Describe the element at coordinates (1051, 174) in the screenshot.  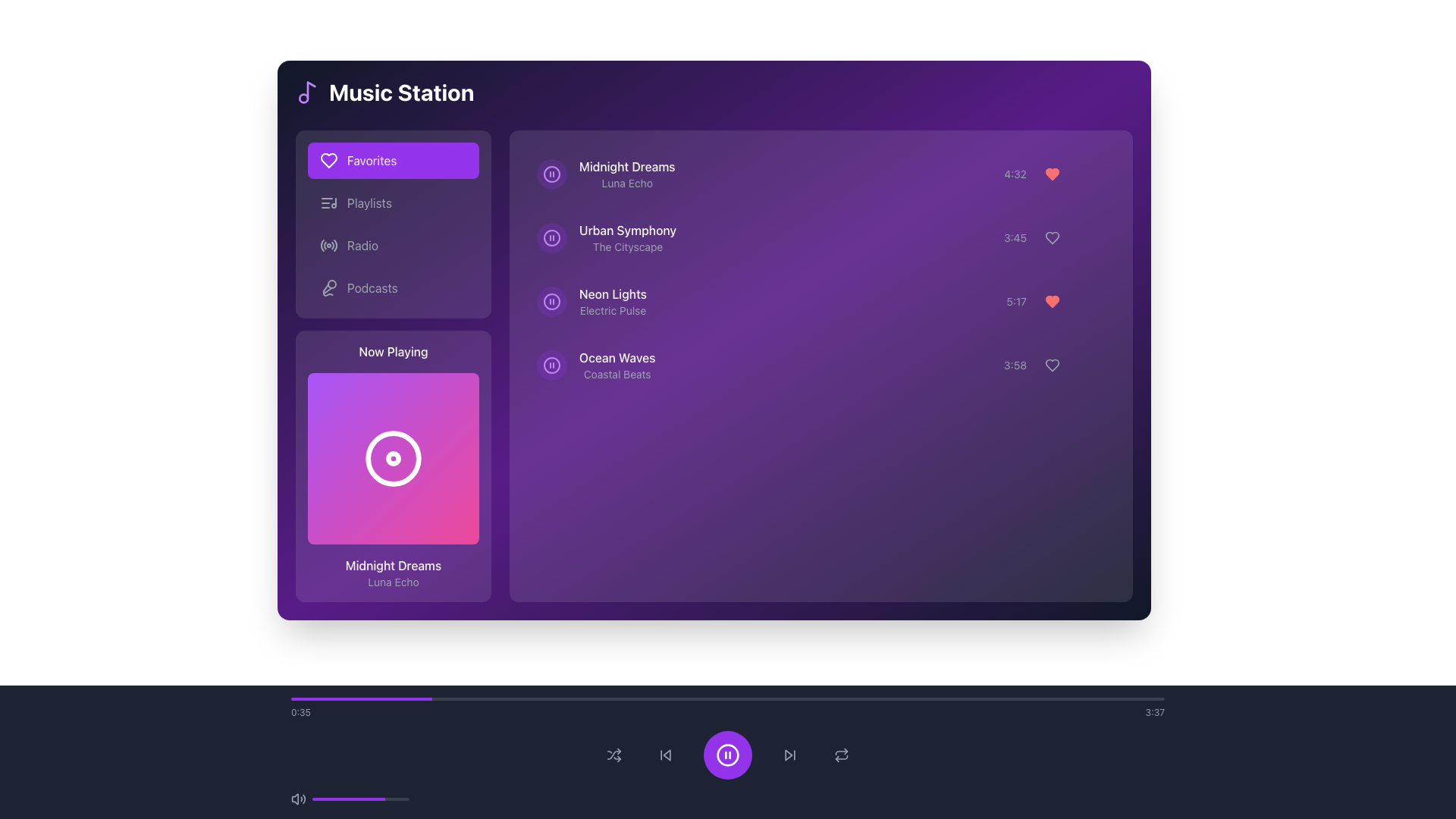
I see `the first heart-shaped icon on the right side of the song list, associated with the song 'Midnight Dreams'` at that location.